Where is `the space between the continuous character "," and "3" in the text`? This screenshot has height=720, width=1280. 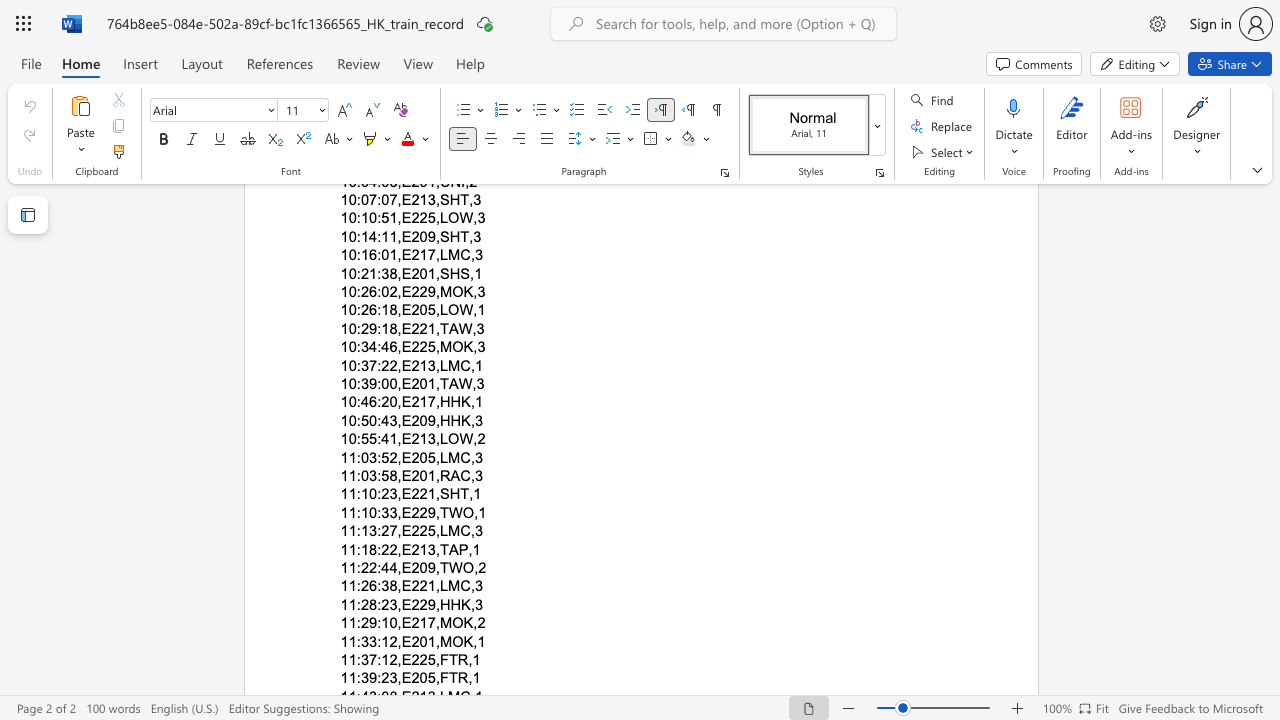 the space between the continuous character "," and "3" in the text is located at coordinates (475, 530).